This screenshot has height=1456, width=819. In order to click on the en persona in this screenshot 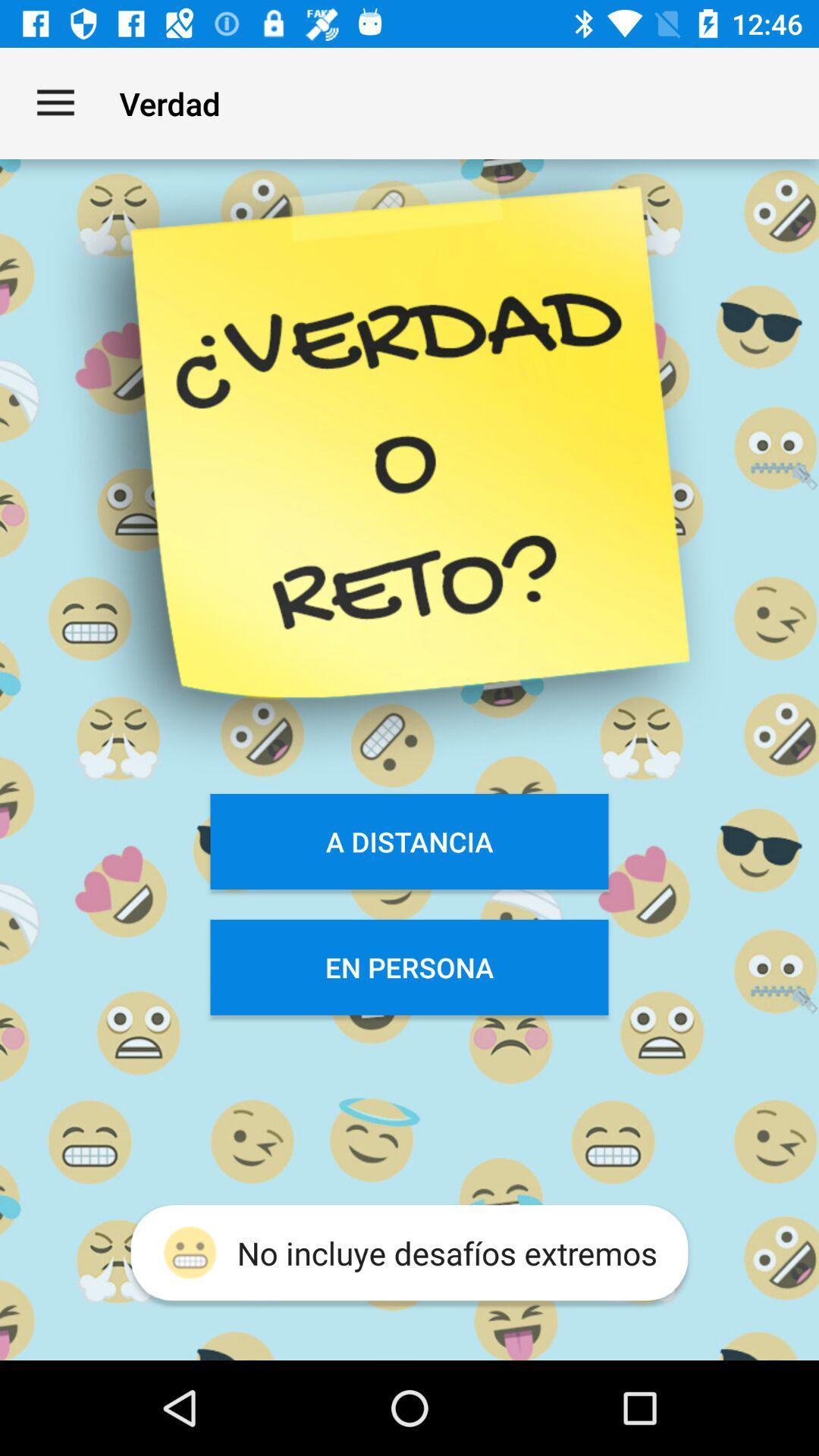, I will do `click(409, 966)`.